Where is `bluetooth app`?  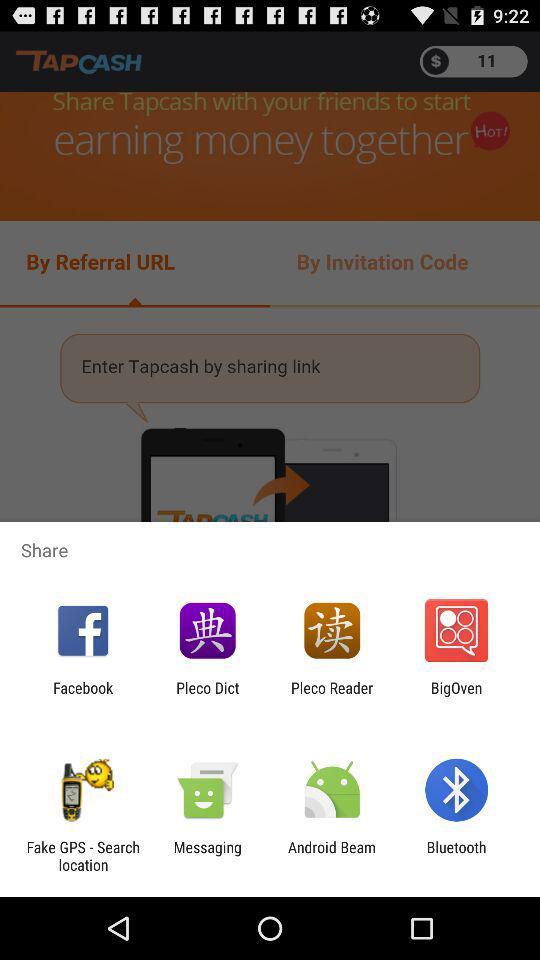 bluetooth app is located at coordinates (456, 855).